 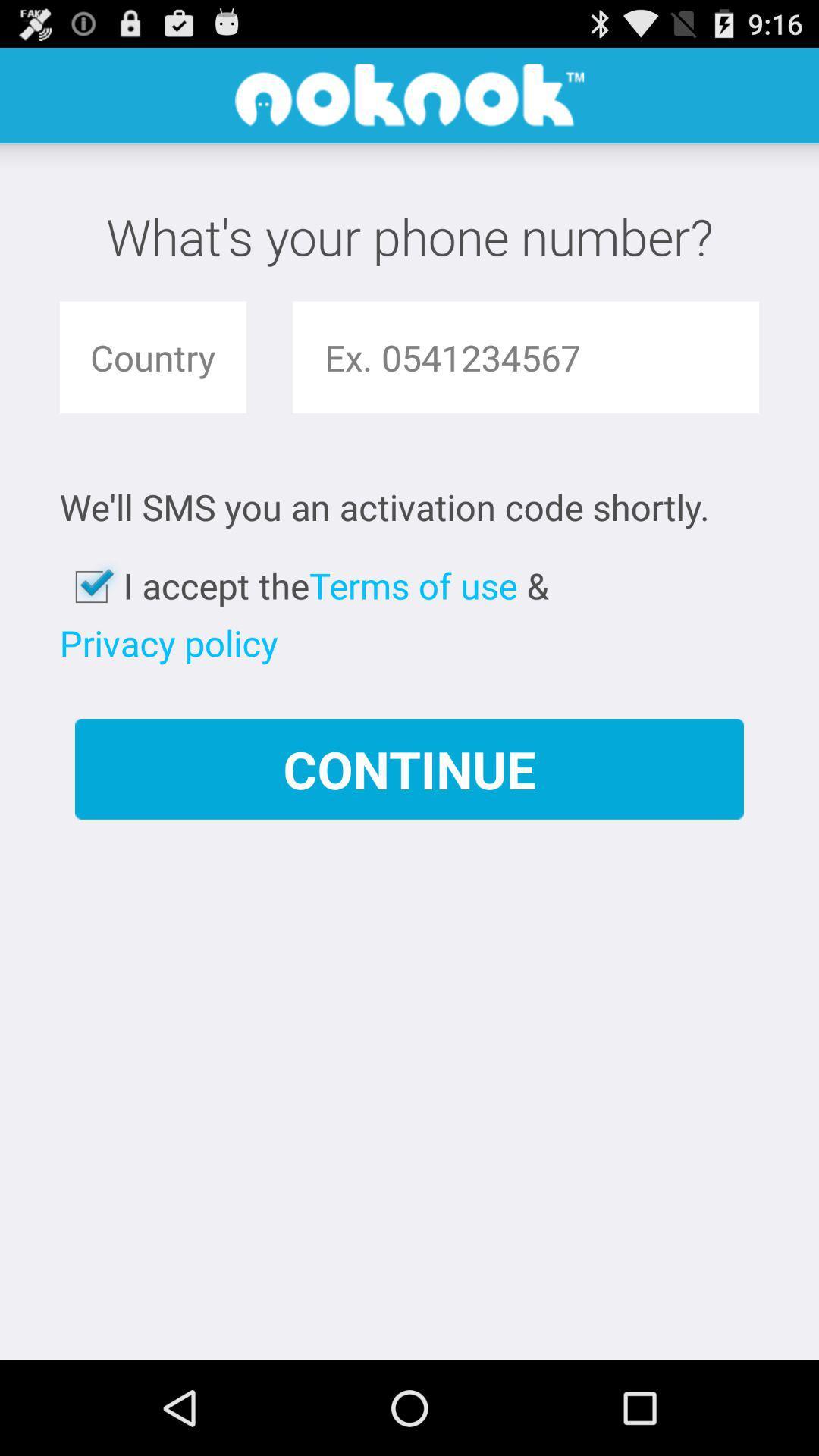 What do you see at coordinates (413, 585) in the screenshot?
I see `the icon to the right of i accept the` at bounding box center [413, 585].